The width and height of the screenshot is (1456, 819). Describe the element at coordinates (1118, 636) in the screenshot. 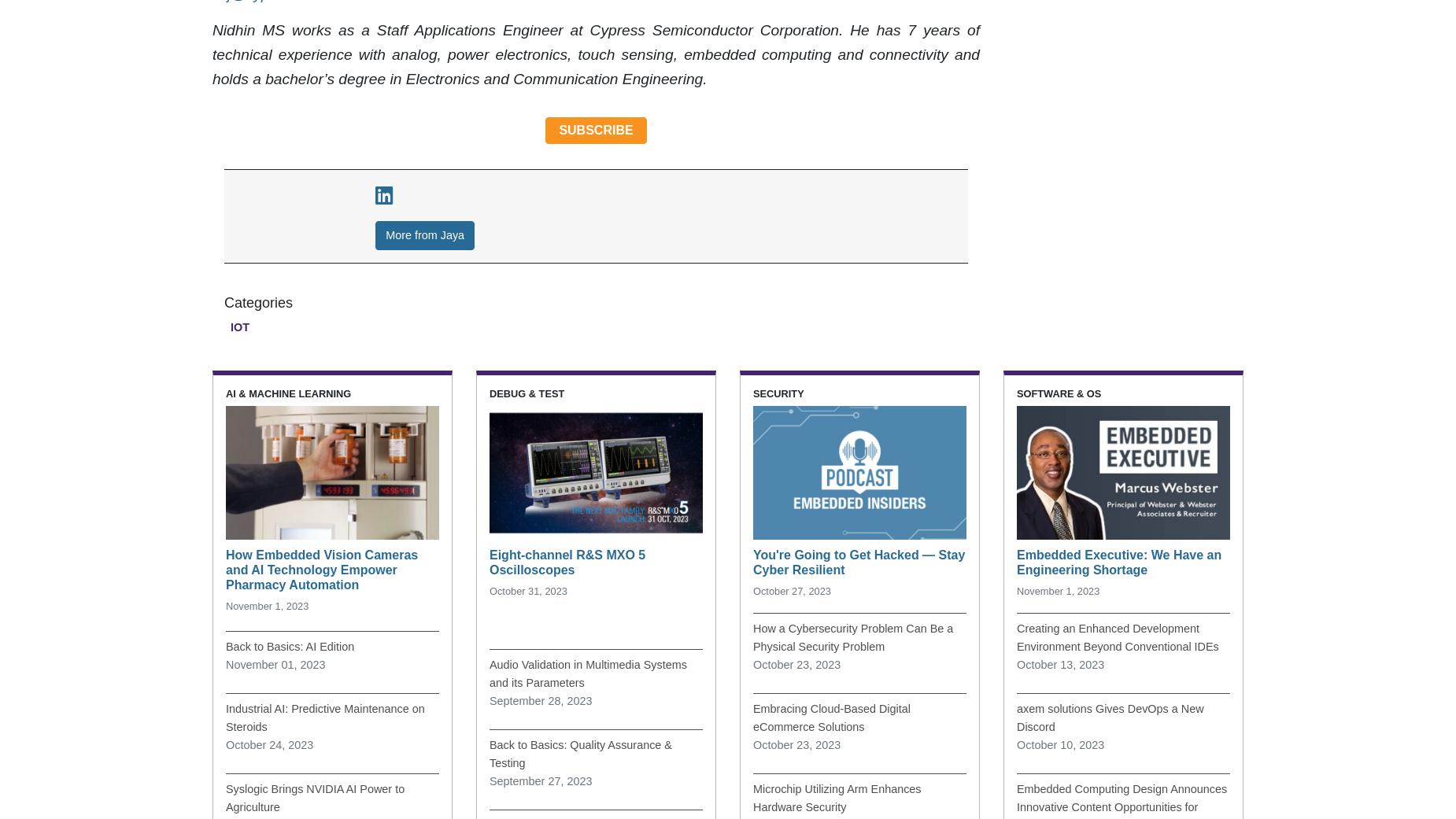

I see `'Creating an Enhanced Development Environment Beyond Conventional IDEs'` at that location.